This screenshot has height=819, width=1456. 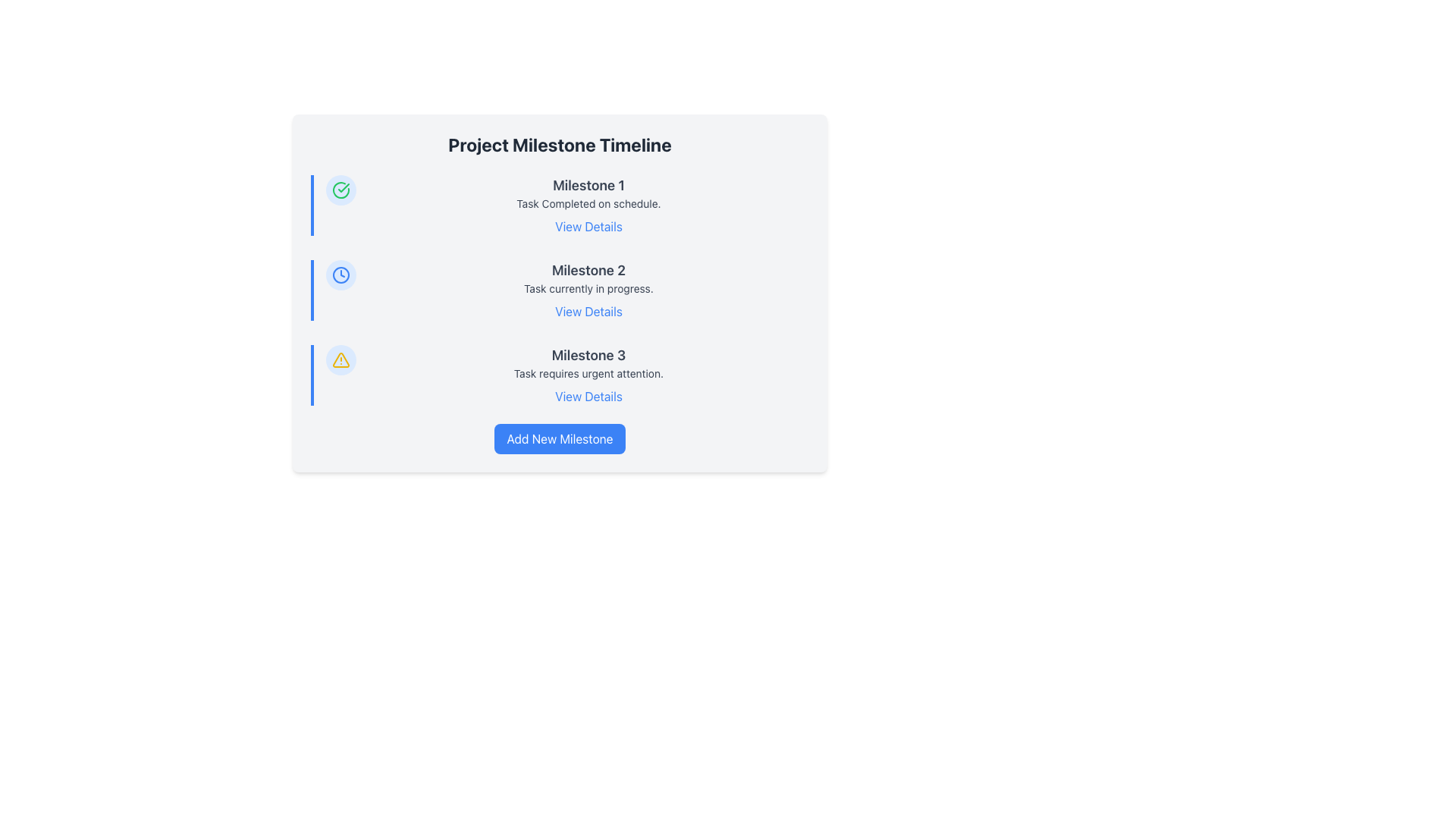 What do you see at coordinates (588, 289) in the screenshot?
I see `the Text Label that provides descriptive context or status for 'Milestone 2', which is positioned below the heading and above the 'View Details' link` at bounding box center [588, 289].